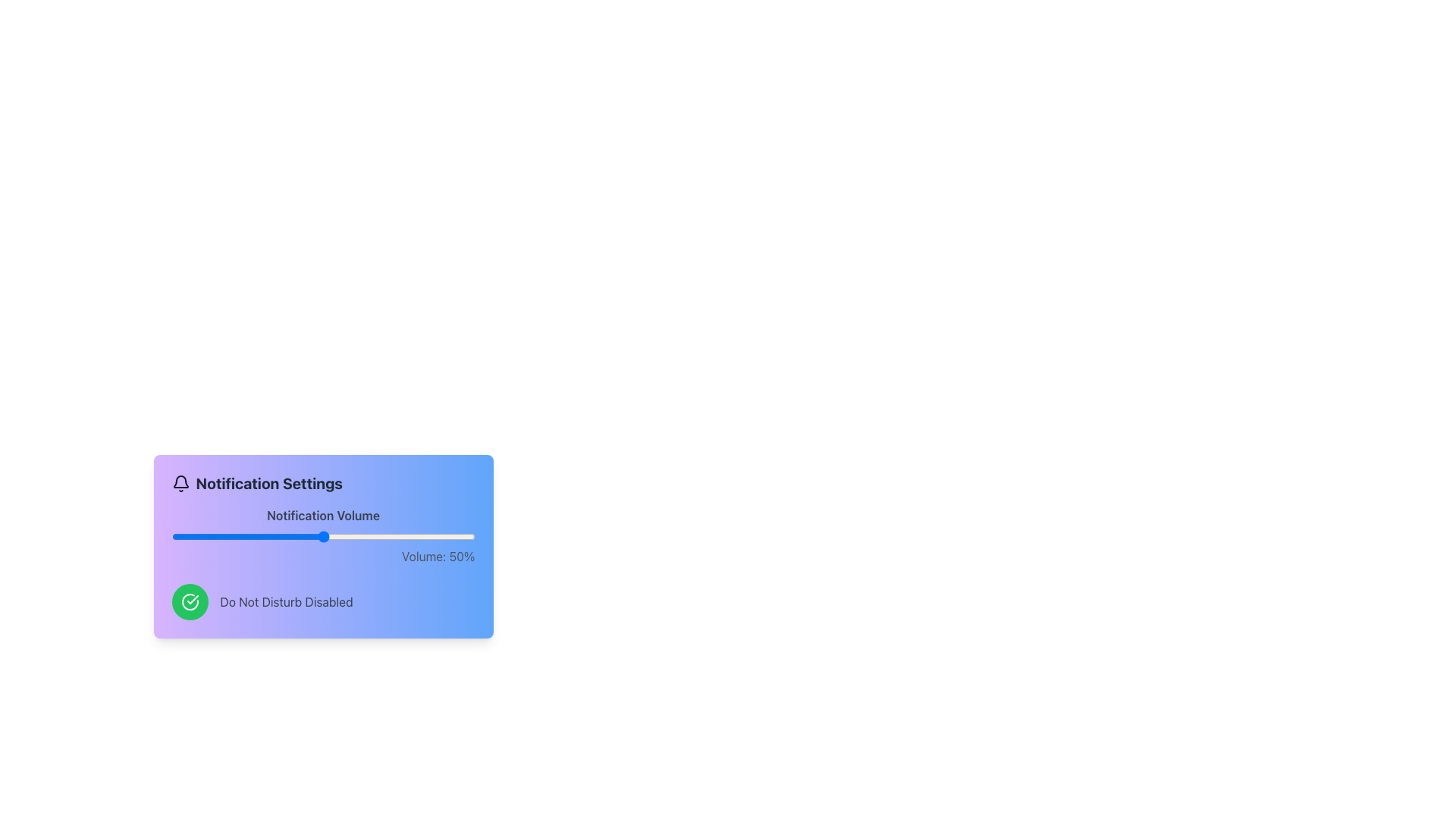 The height and width of the screenshot is (819, 1456). Describe the element at coordinates (322, 601) in the screenshot. I see `the last section containing a green circular checkmark icon and the text 'Do Not Disturb Disabled', located below the 'Volume: 50%' text` at that location.